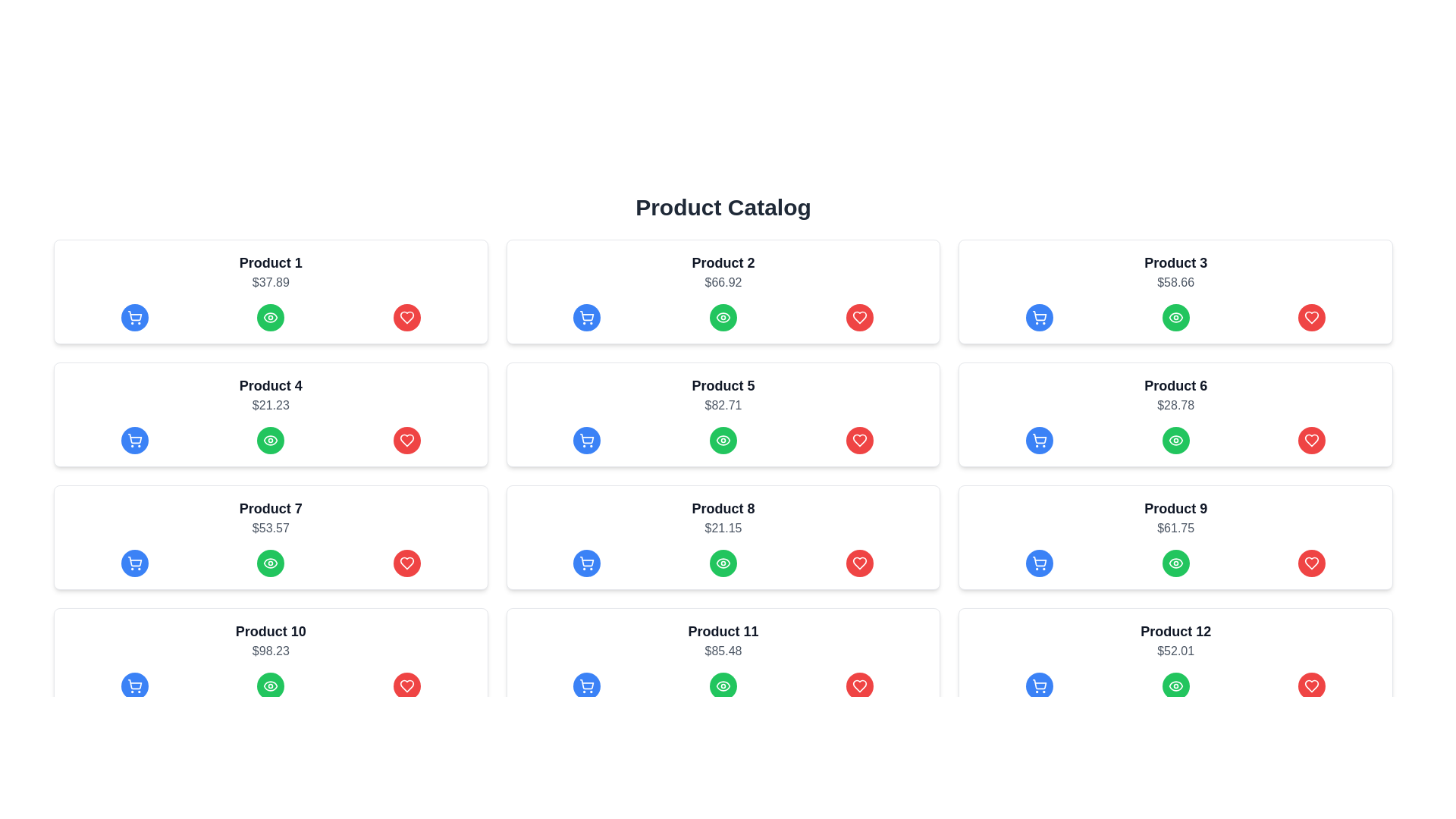  What do you see at coordinates (271, 509) in the screenshot?
I see `the text label displaying 'Product 7' which is located at the center of the product card in the third row, first column of the product catalog grid` at bounding box center [271, 509].